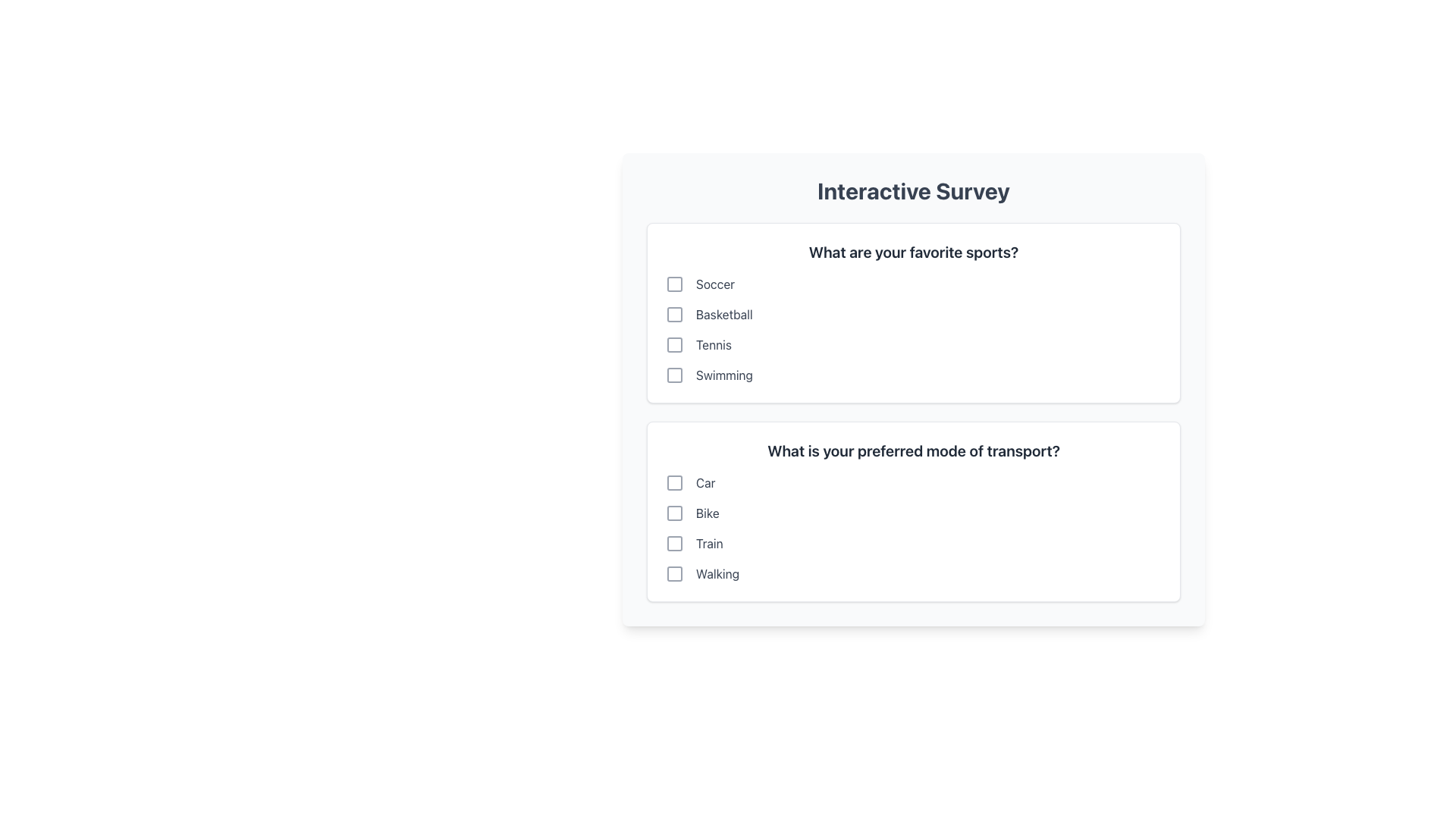 The height and width of the screenshot is (819, 1456). Describe the element at coordinates (673, 573) in the screenshot. I see `on the 'Walking' checkbox, which is the first component in the group under the question 'What is your preferred mode of transport'` at that location.